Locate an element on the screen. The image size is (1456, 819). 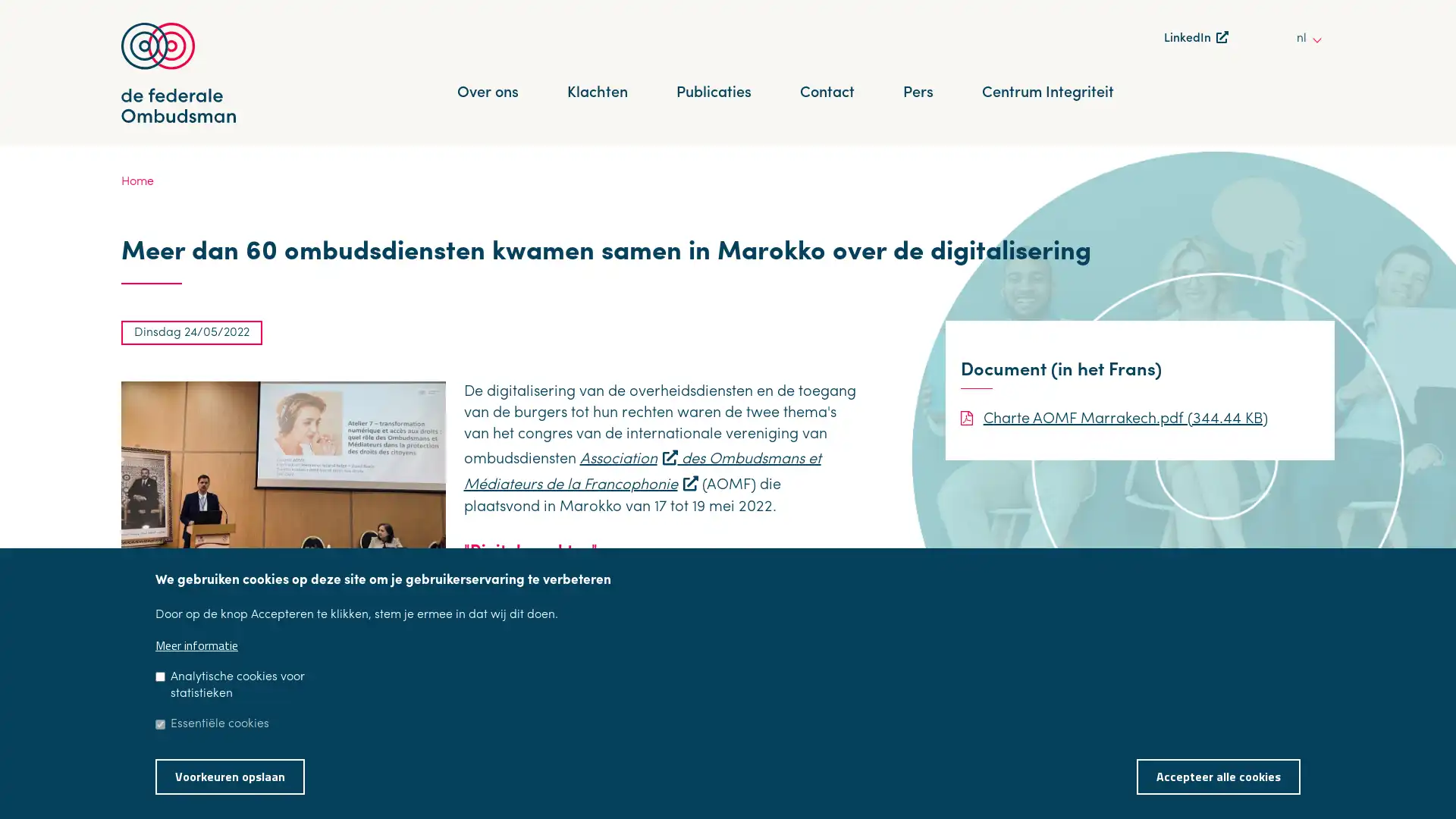
Accepteer alle cookies is located at coordinates (1219, 776).